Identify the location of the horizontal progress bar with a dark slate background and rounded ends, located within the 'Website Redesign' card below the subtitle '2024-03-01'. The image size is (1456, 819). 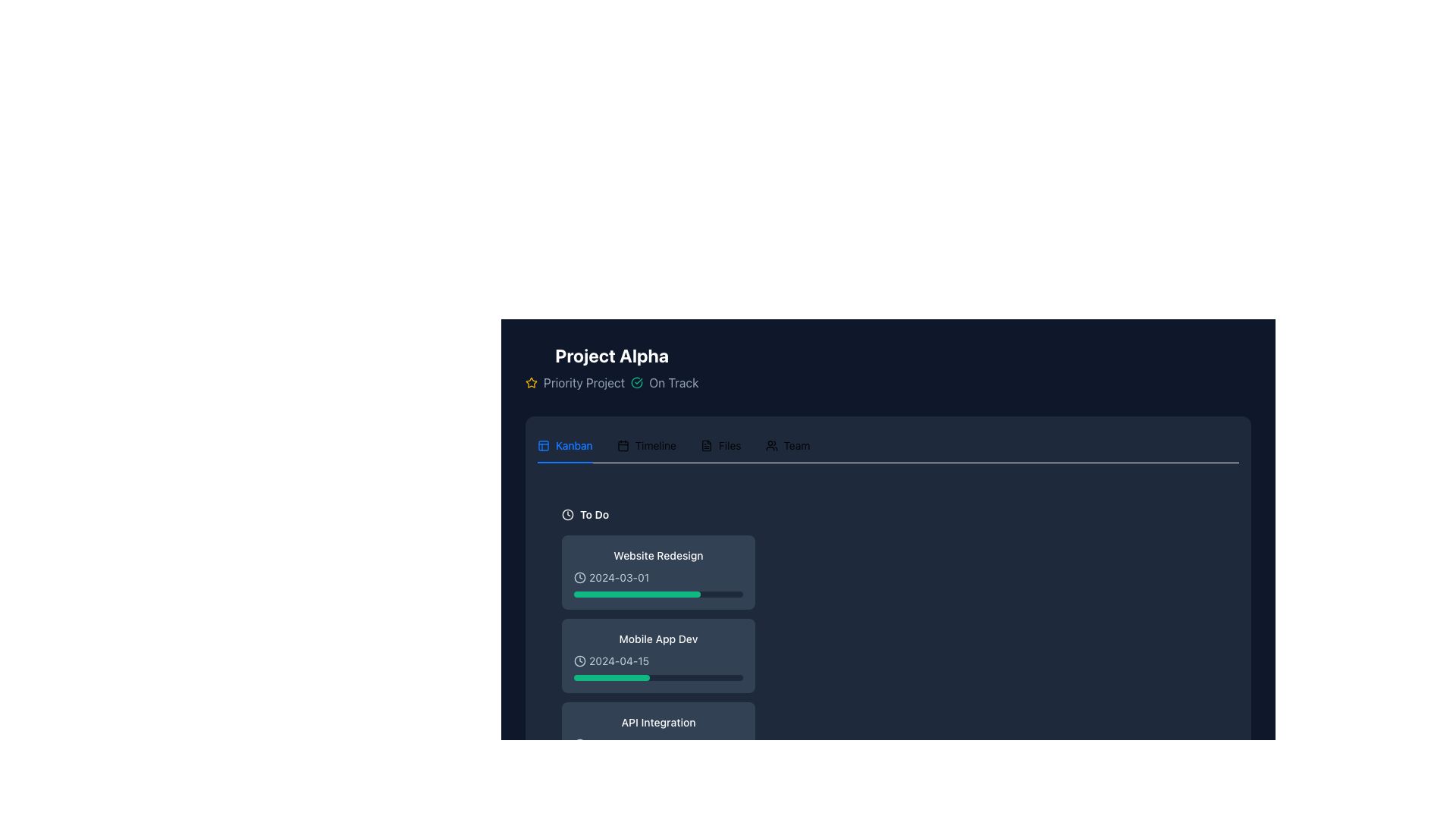
(658, 593).